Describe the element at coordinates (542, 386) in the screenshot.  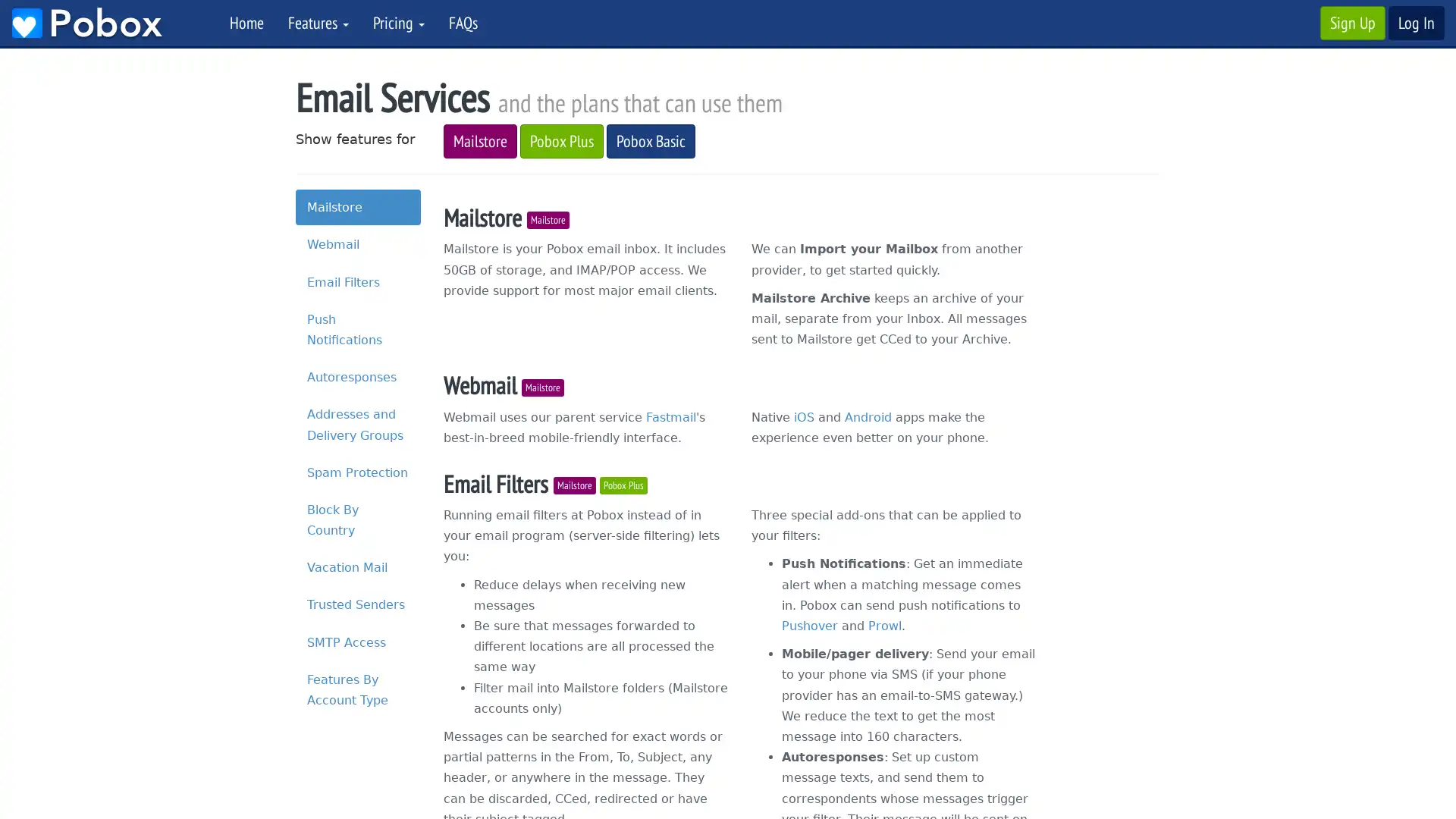
I see `Mailstore` at that location.